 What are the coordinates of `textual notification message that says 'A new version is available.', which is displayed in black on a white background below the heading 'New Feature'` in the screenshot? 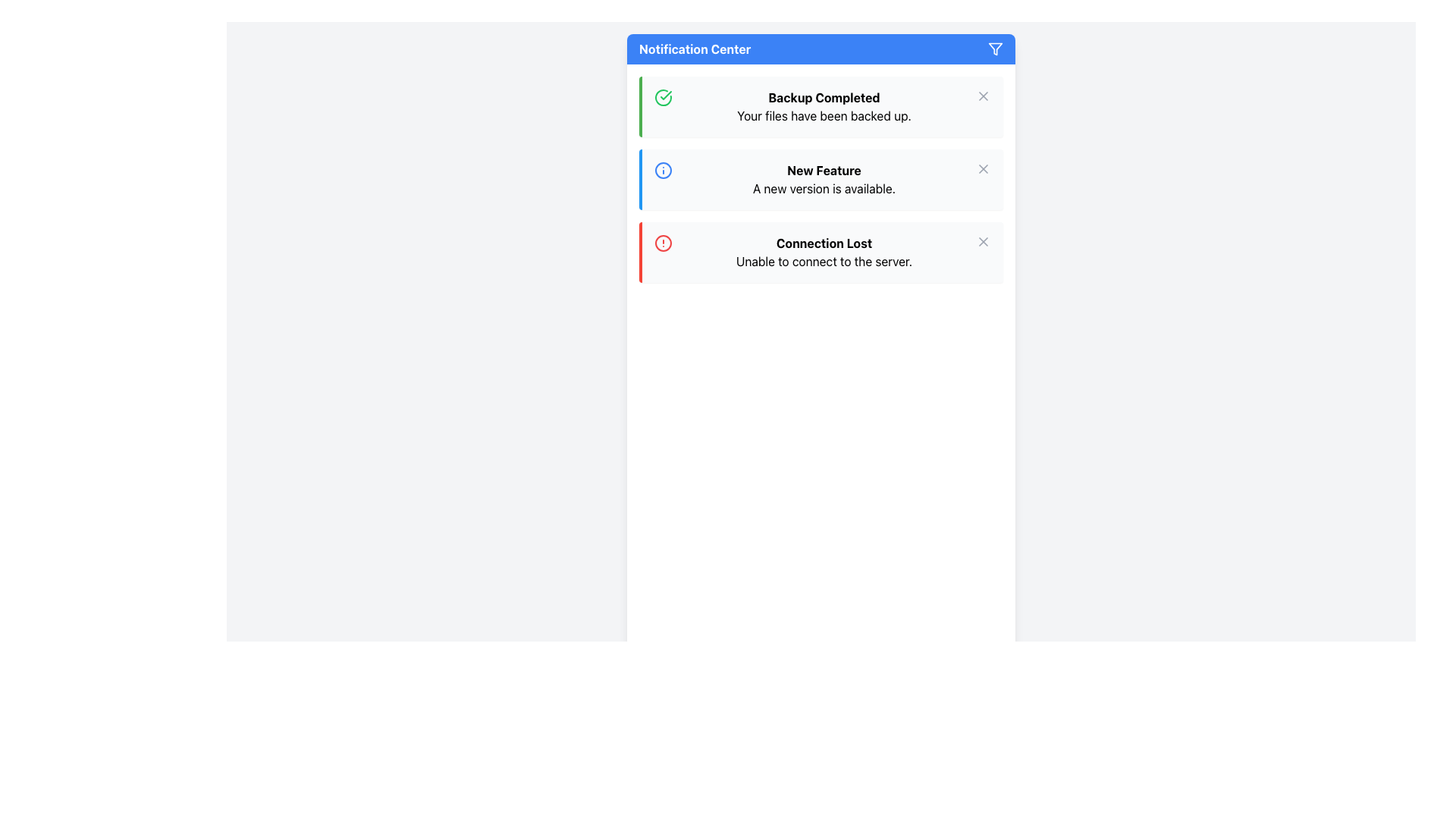 It's located at (823, 188).